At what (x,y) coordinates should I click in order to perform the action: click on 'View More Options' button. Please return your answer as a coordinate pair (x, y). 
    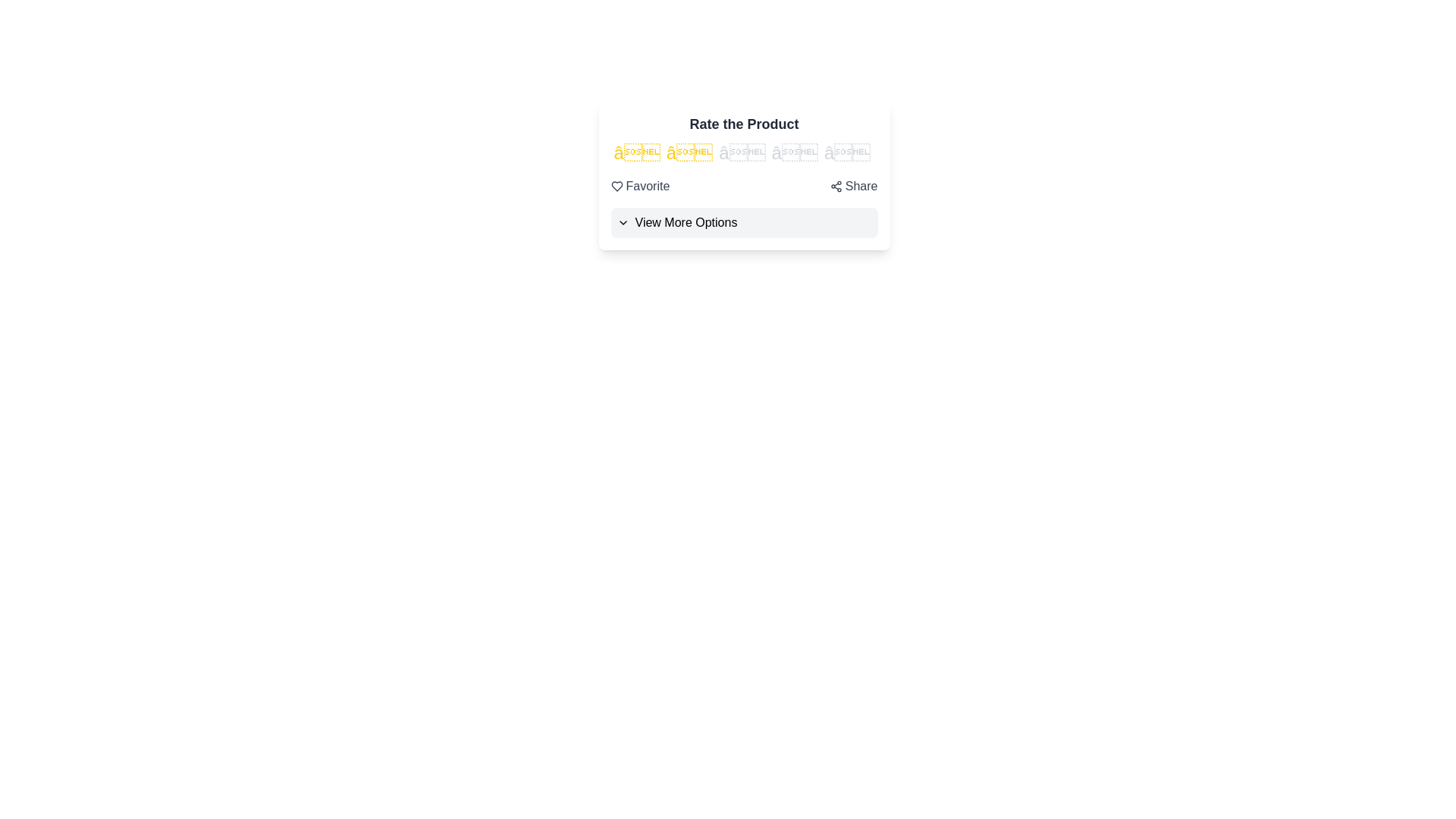
    Looking at the image, I should click on (744, 222).